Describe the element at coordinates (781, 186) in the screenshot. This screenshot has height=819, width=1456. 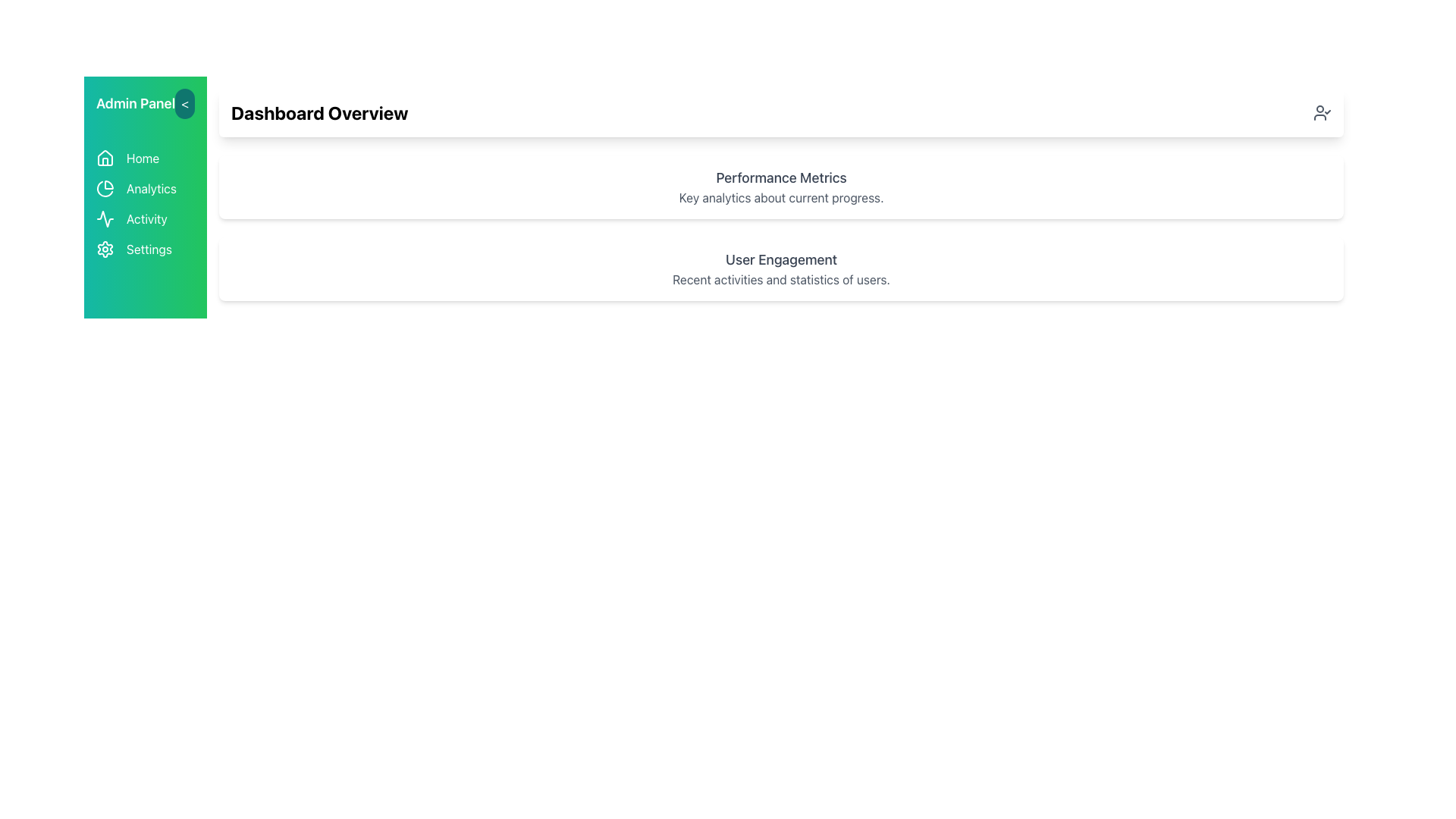
I see `the Informational Card titled 'Performance Metrics', which is the first card in a vertically arranged grid, featuring a white background, rounded corners, and shadow styling` at that location.